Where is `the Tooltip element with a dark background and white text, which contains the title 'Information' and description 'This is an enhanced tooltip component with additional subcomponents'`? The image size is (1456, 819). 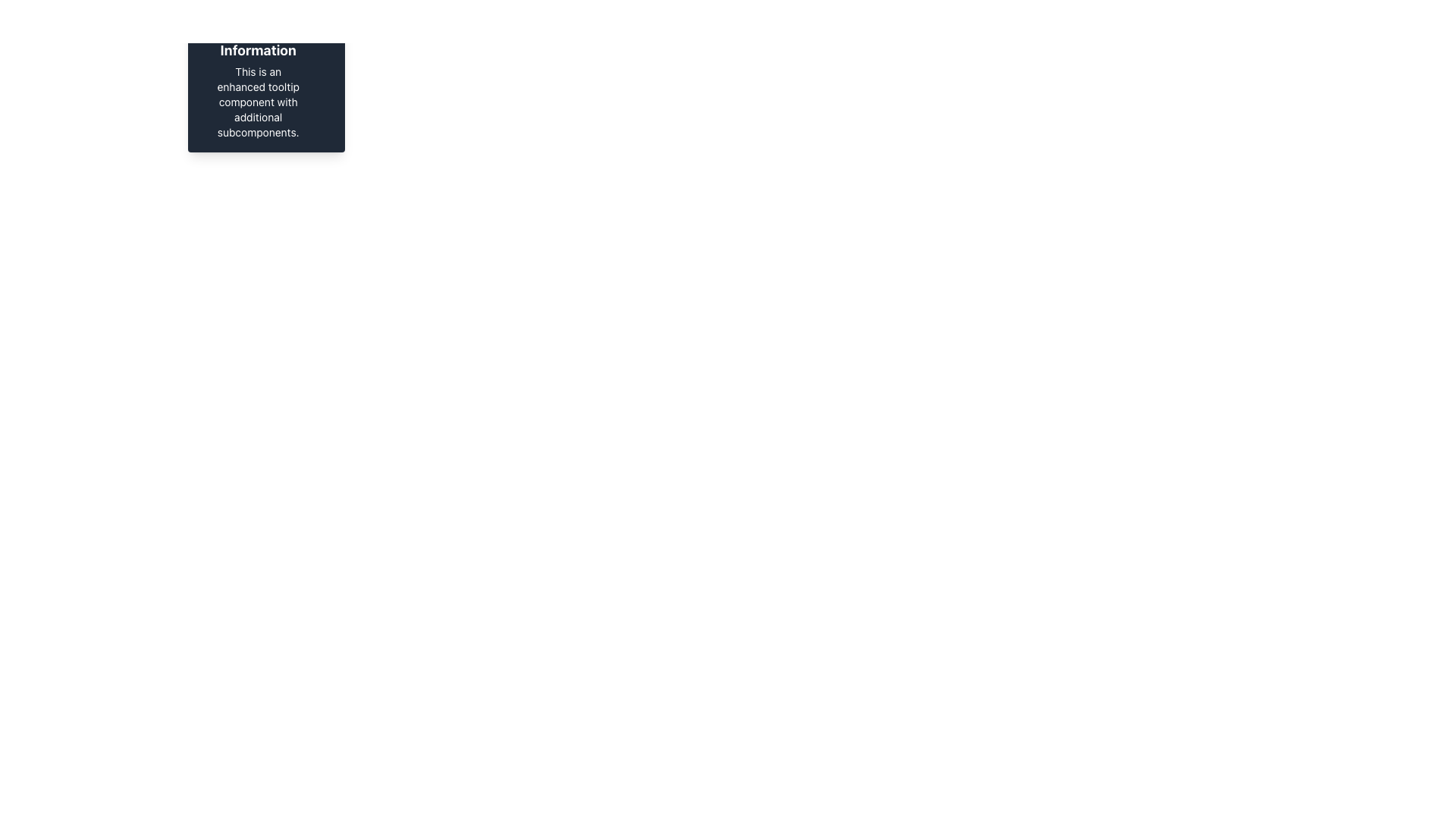 the Tooltip element with a dark background and white text, which contains the title 'Information' and description 'This is an enhanced tooltip component with additional subcomponents' is located at coordinates (266, 79).